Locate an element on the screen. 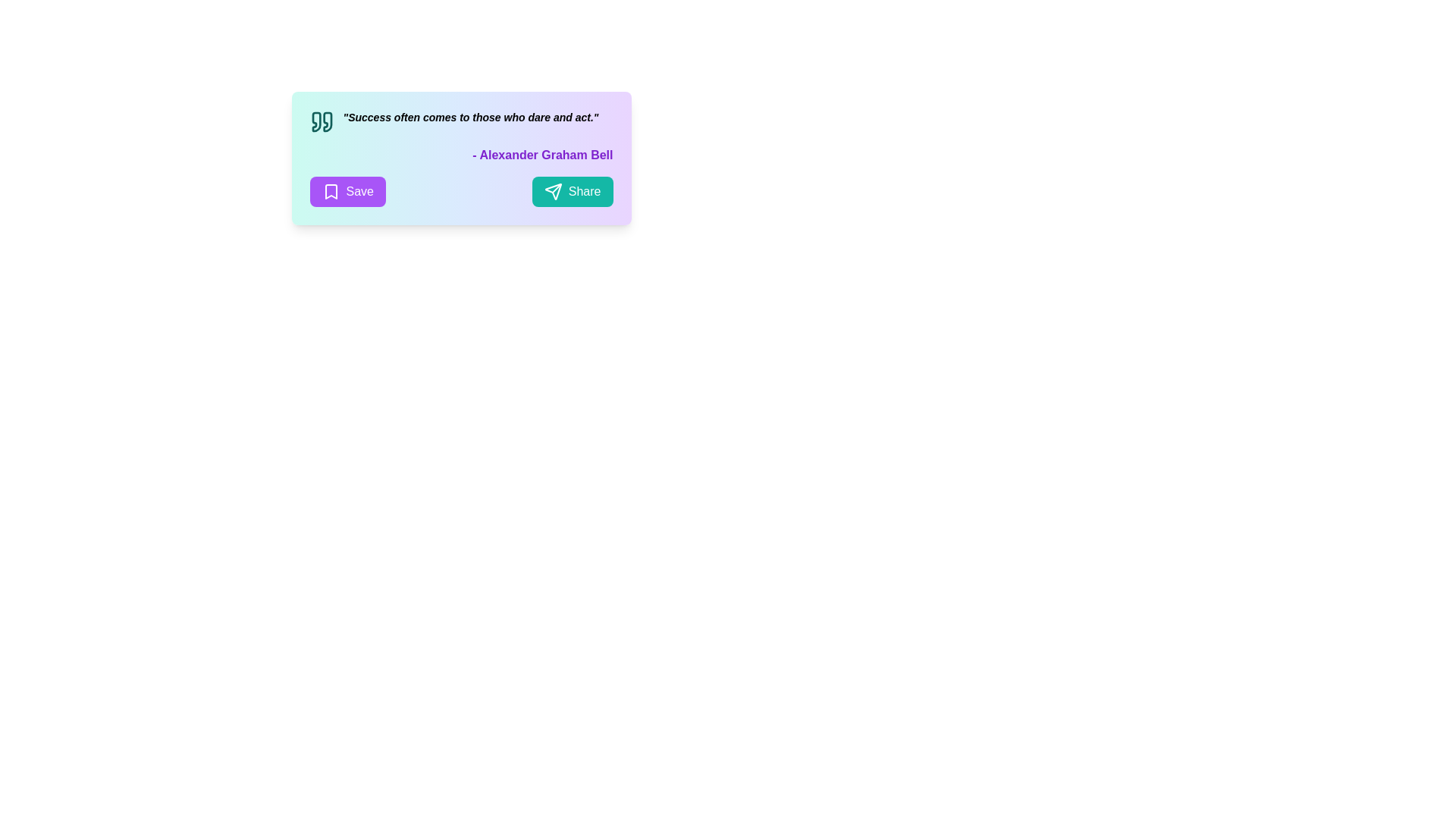 The width and height of the screenshot is (1456, 819). the right quotation mark icon that visually indicates the text is a quotation, located to the left of the text 'Success often comes to those who dare and act.' is located at coordinates (326, 121).